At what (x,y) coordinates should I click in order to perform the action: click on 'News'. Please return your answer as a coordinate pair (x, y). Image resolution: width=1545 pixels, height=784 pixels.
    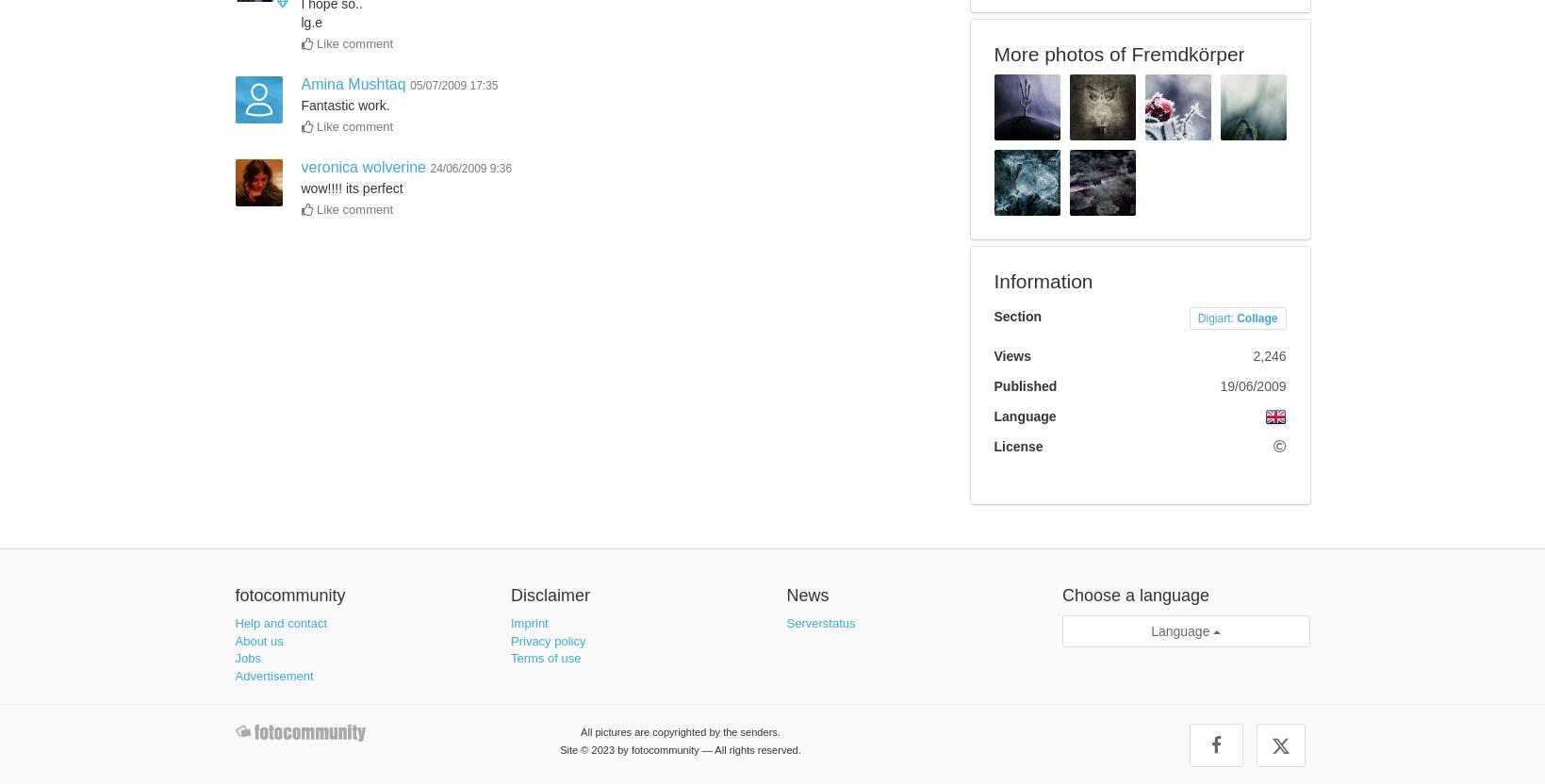
    Looking at the image, I should click on (806, 595).